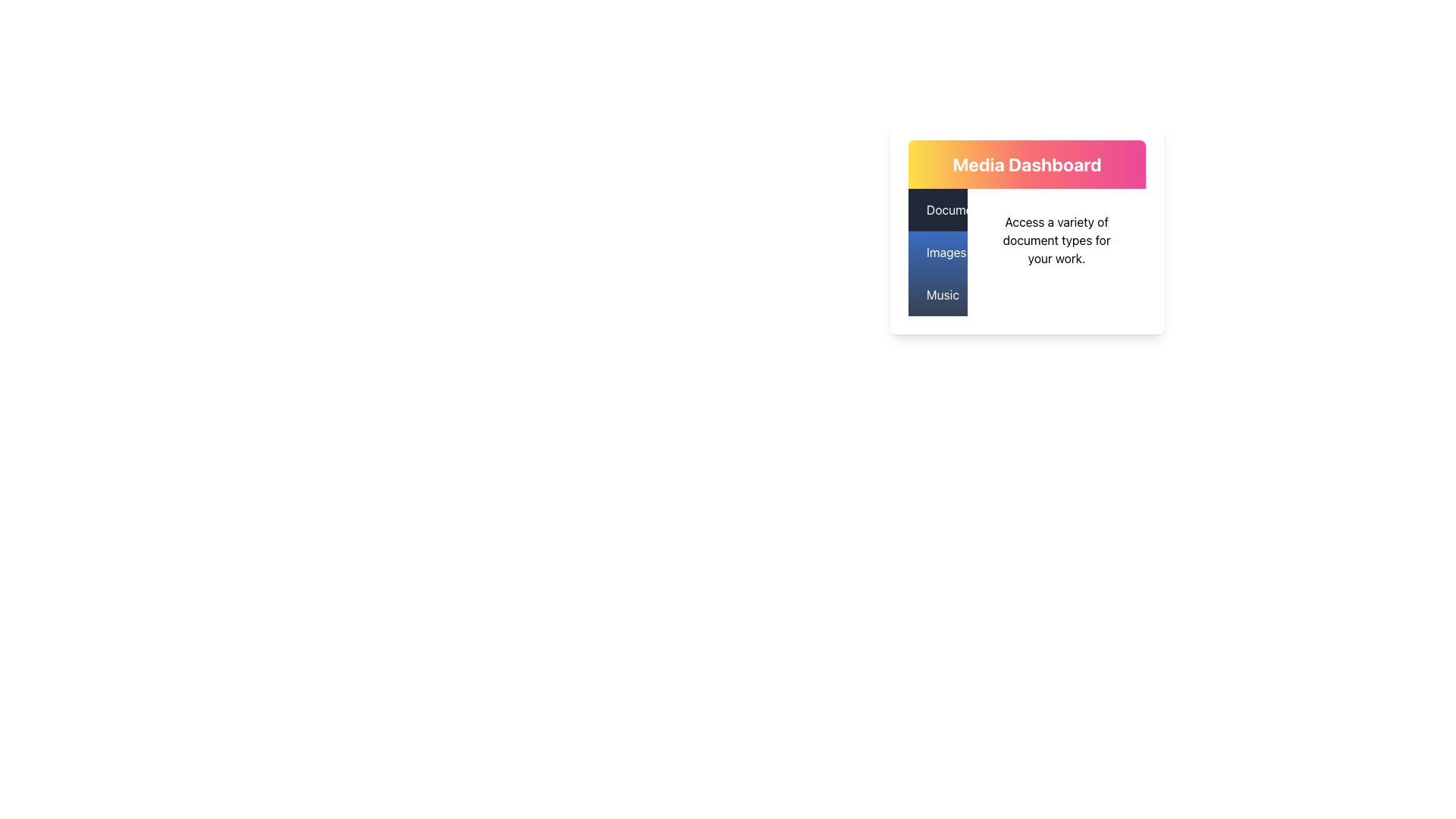  I want to click on the navigation menu item labeled 'Images', which features an icon of a square with a circular and line element, so click(937, 251).